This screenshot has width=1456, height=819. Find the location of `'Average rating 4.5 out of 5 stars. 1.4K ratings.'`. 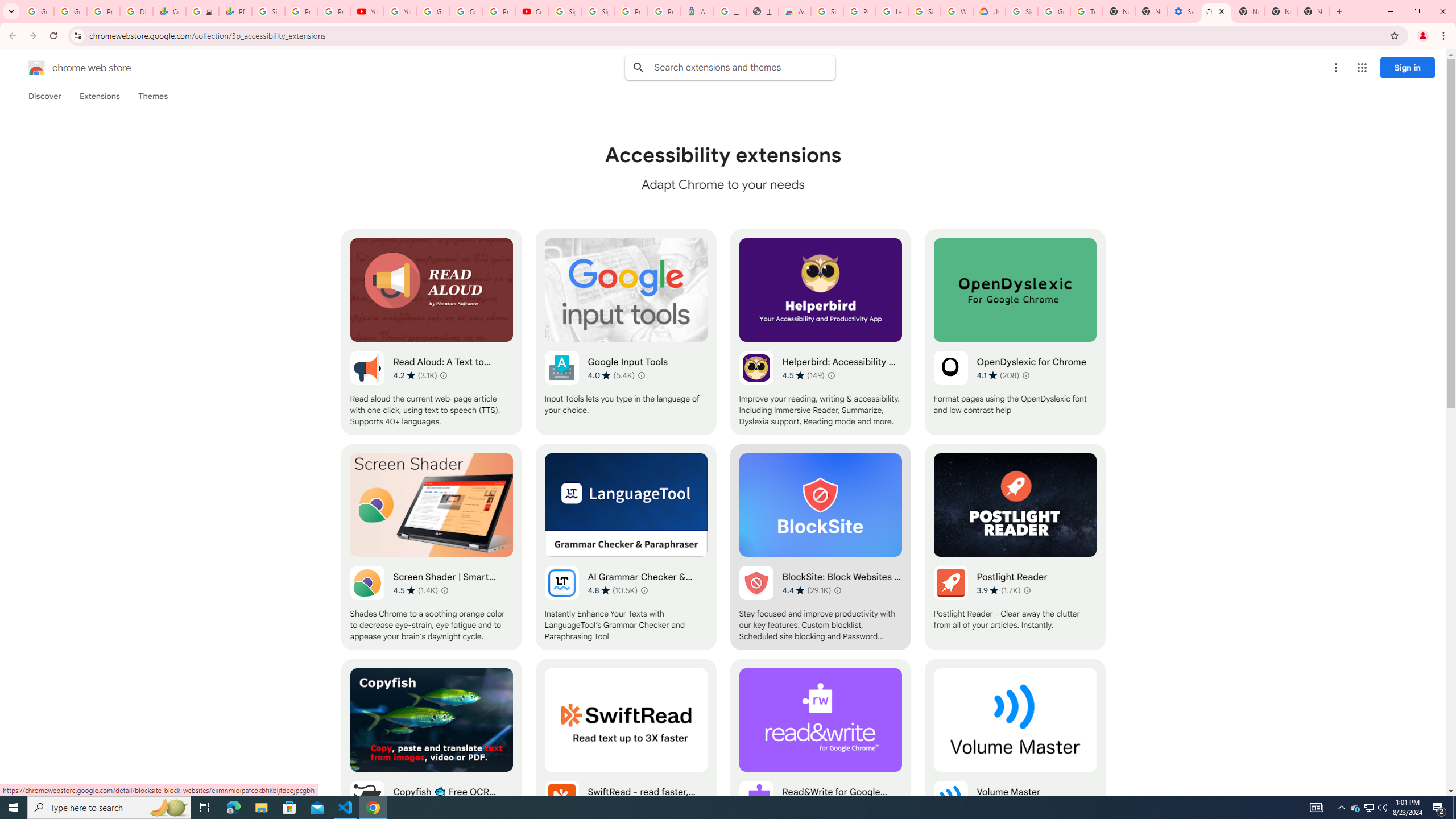

'Average rating 4.5 out of 5 stars. 1.4K ratings.' is located at coordinates (415, 590).